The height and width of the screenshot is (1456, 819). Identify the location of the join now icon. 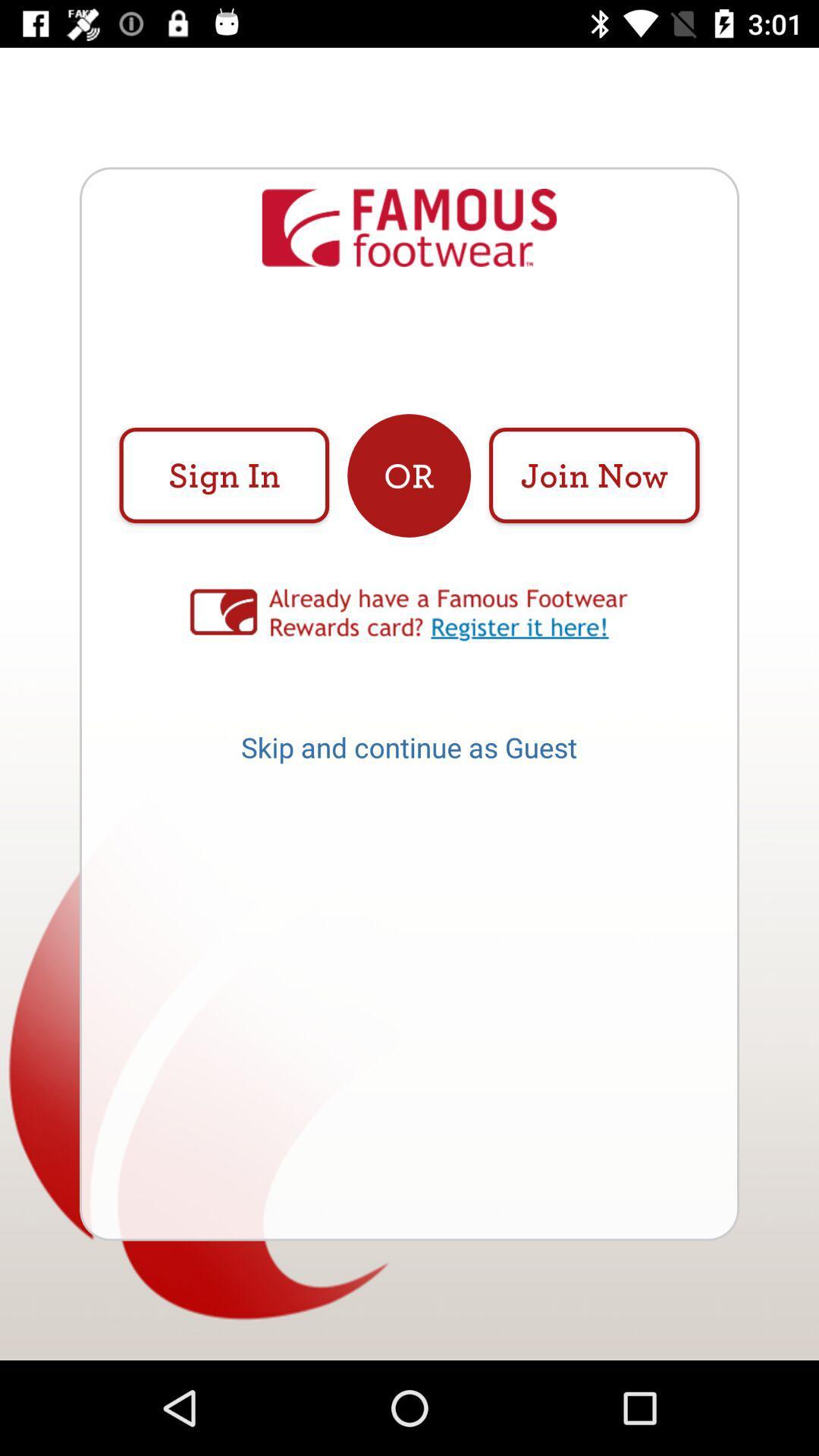
(593, 475).